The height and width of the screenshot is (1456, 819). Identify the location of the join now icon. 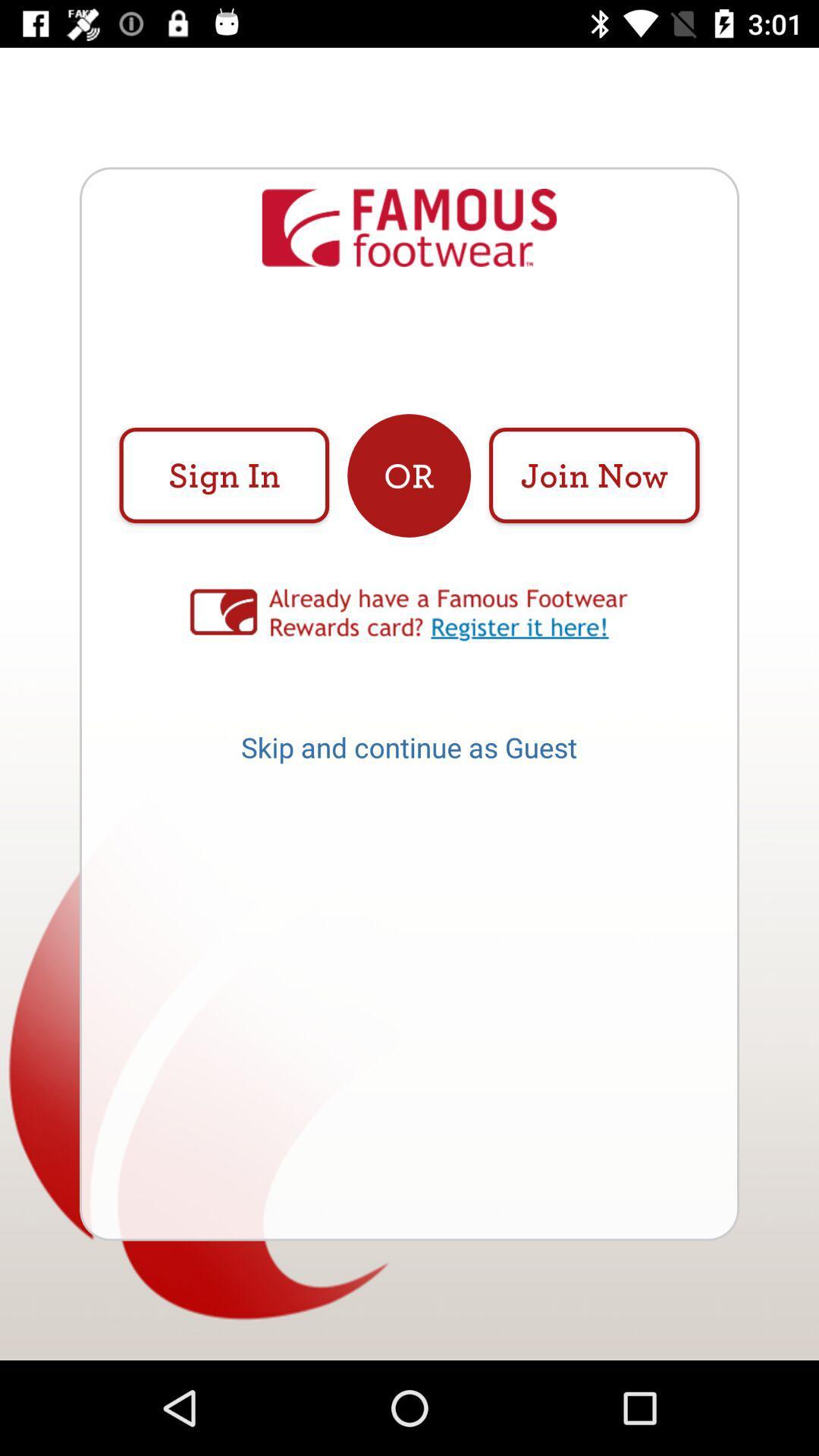
(593, 475).